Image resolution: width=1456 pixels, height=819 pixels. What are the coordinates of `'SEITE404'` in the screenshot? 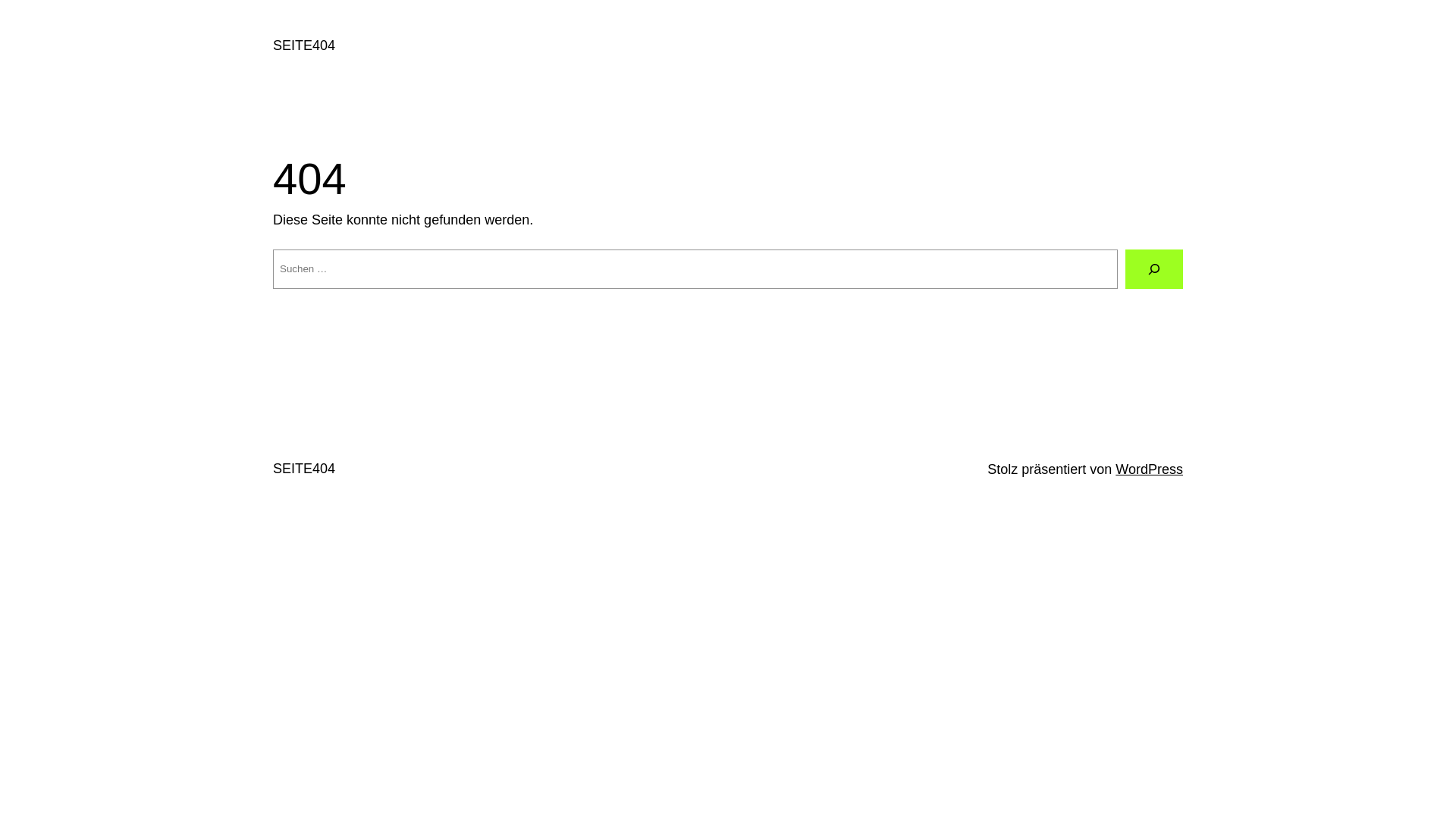 It's located at (303, 467).